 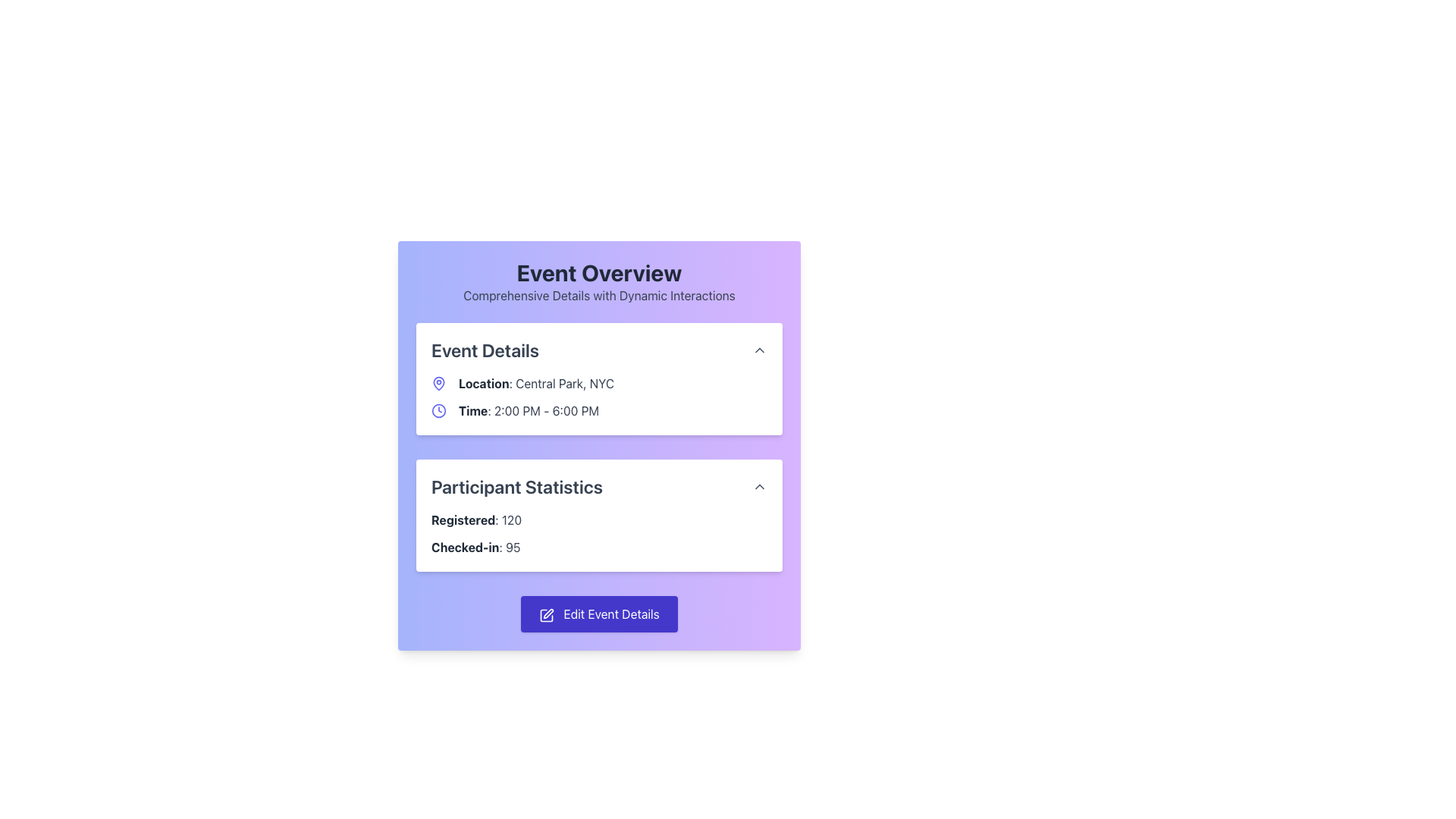 What do you see at coordinates (598, 271) in the screenshot?
I see `bold, large-sized text heading displaying 'Event Overview' located at the top-center of the card header` at bounding box center [598, 271].